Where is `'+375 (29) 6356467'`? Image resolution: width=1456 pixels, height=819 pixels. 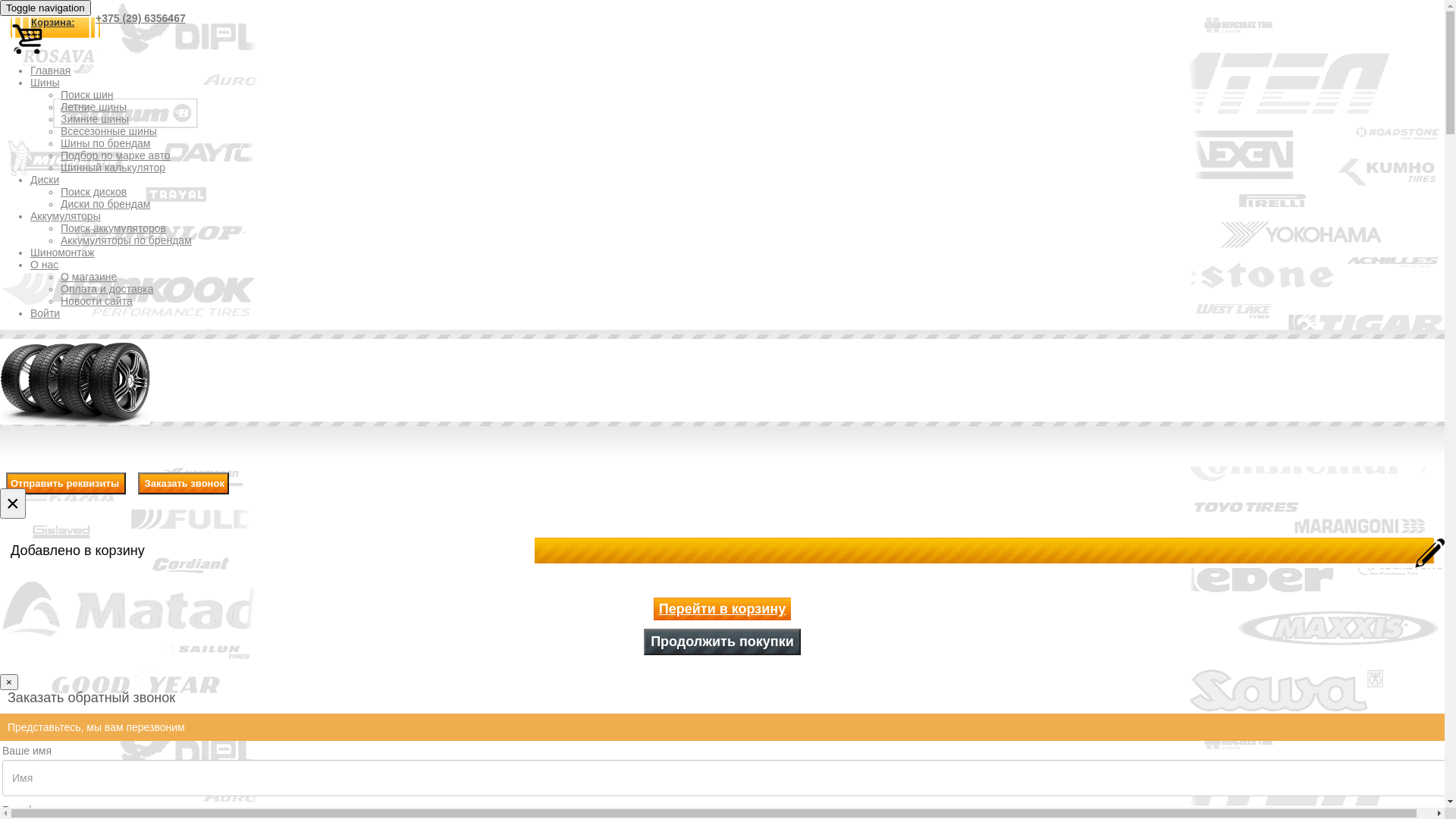
'+375 (29) 6356467' is located at coordinates (140, 17).